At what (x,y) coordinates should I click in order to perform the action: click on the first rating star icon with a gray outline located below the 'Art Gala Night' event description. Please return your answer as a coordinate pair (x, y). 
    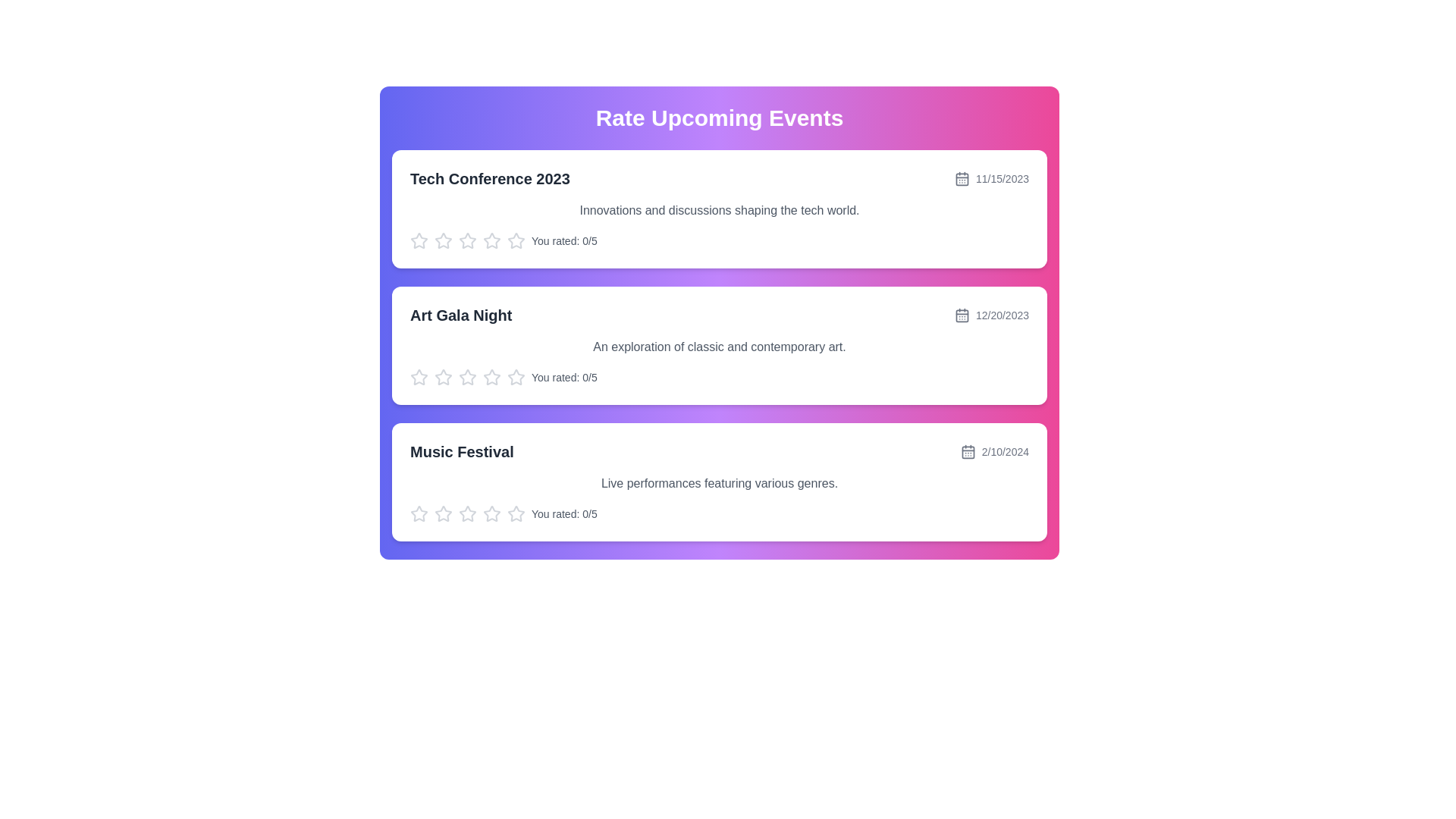
    Looking at the image, I should click on (443, 376).